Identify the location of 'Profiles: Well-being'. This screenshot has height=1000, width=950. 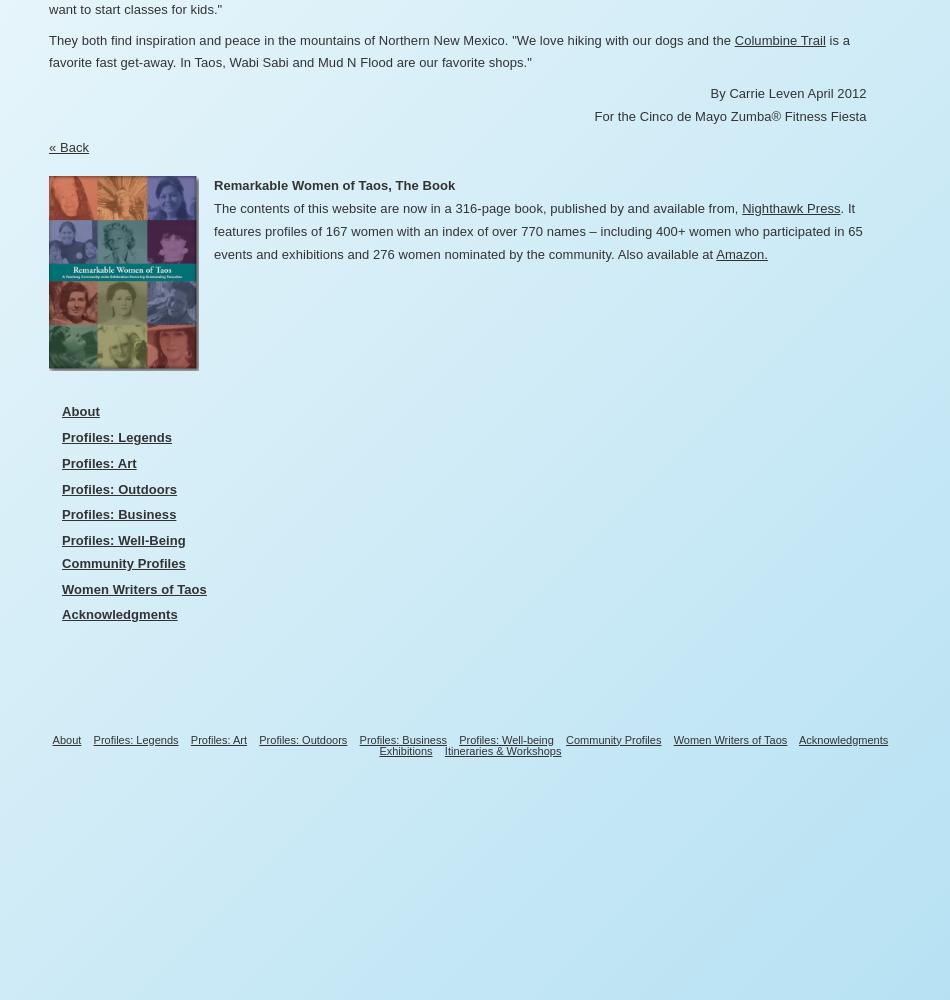
(458, 738).